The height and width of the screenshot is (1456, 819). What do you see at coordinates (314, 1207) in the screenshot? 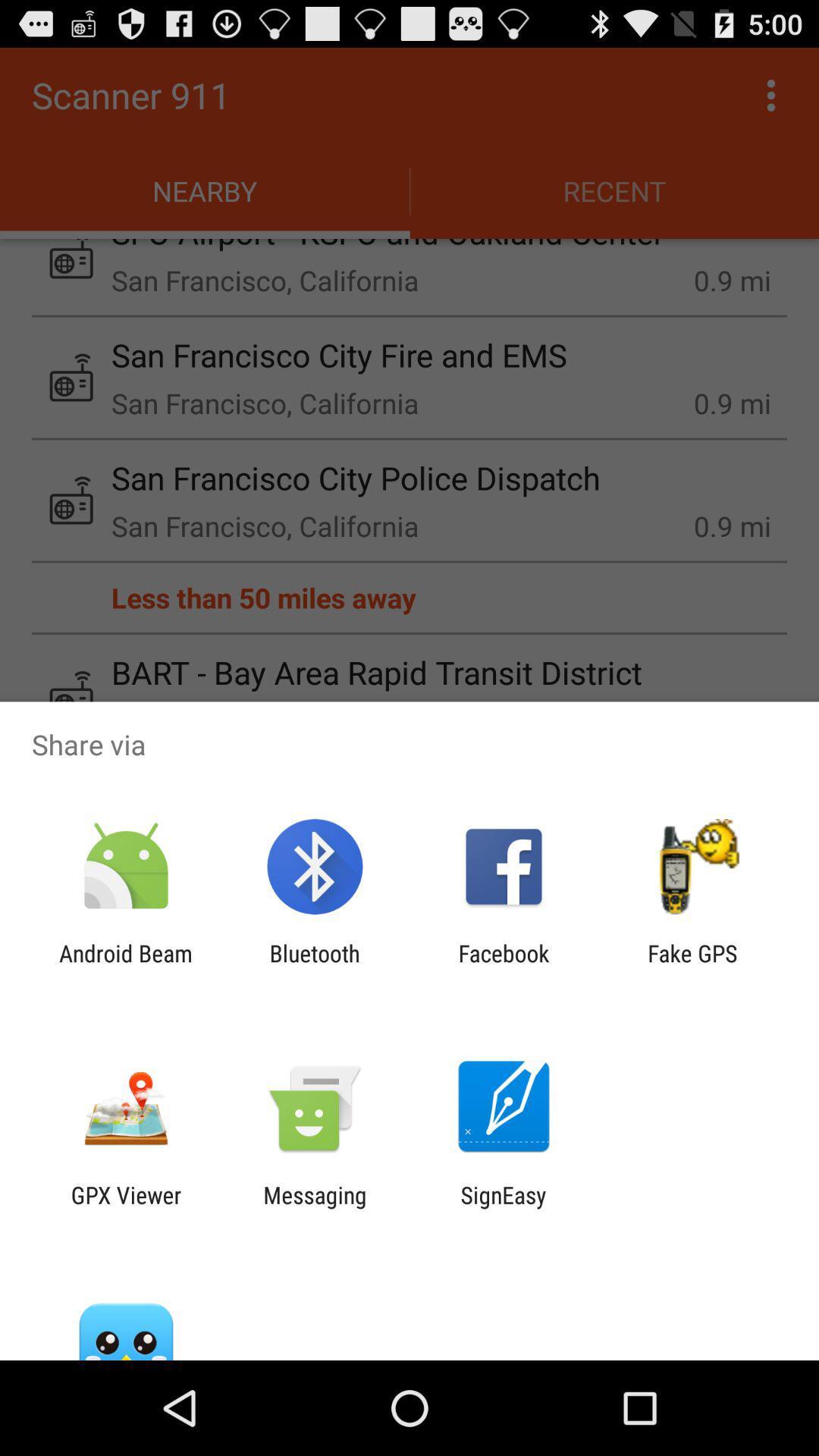
I see `messaging item` at bounding box center [314, 1207].